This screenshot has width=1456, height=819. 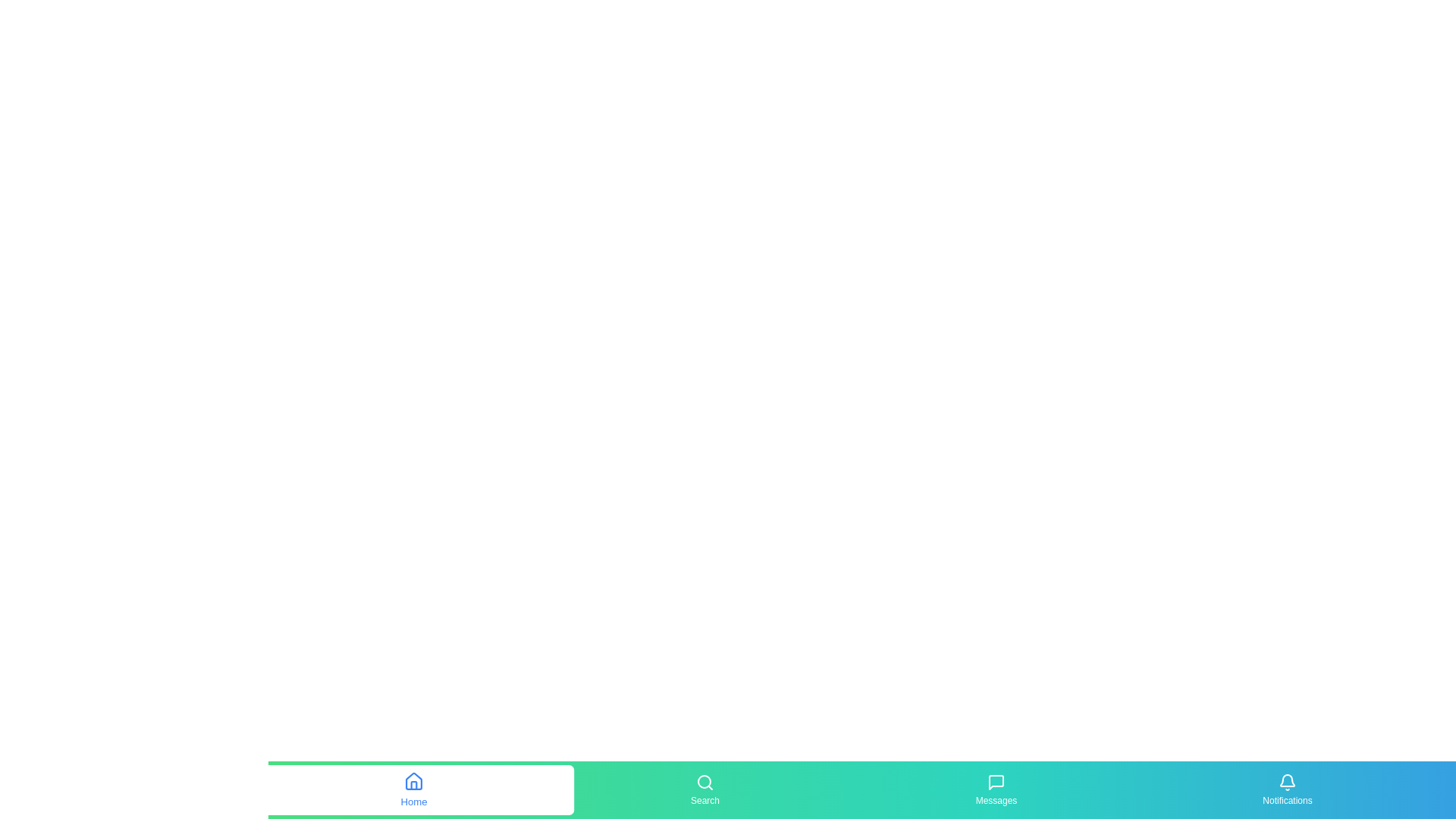 What do you see at coordinates (1287, 789) in the screenshot?
I see `the Notifications tab by clicking the corresponding button` at bounding box center [1287, 789].